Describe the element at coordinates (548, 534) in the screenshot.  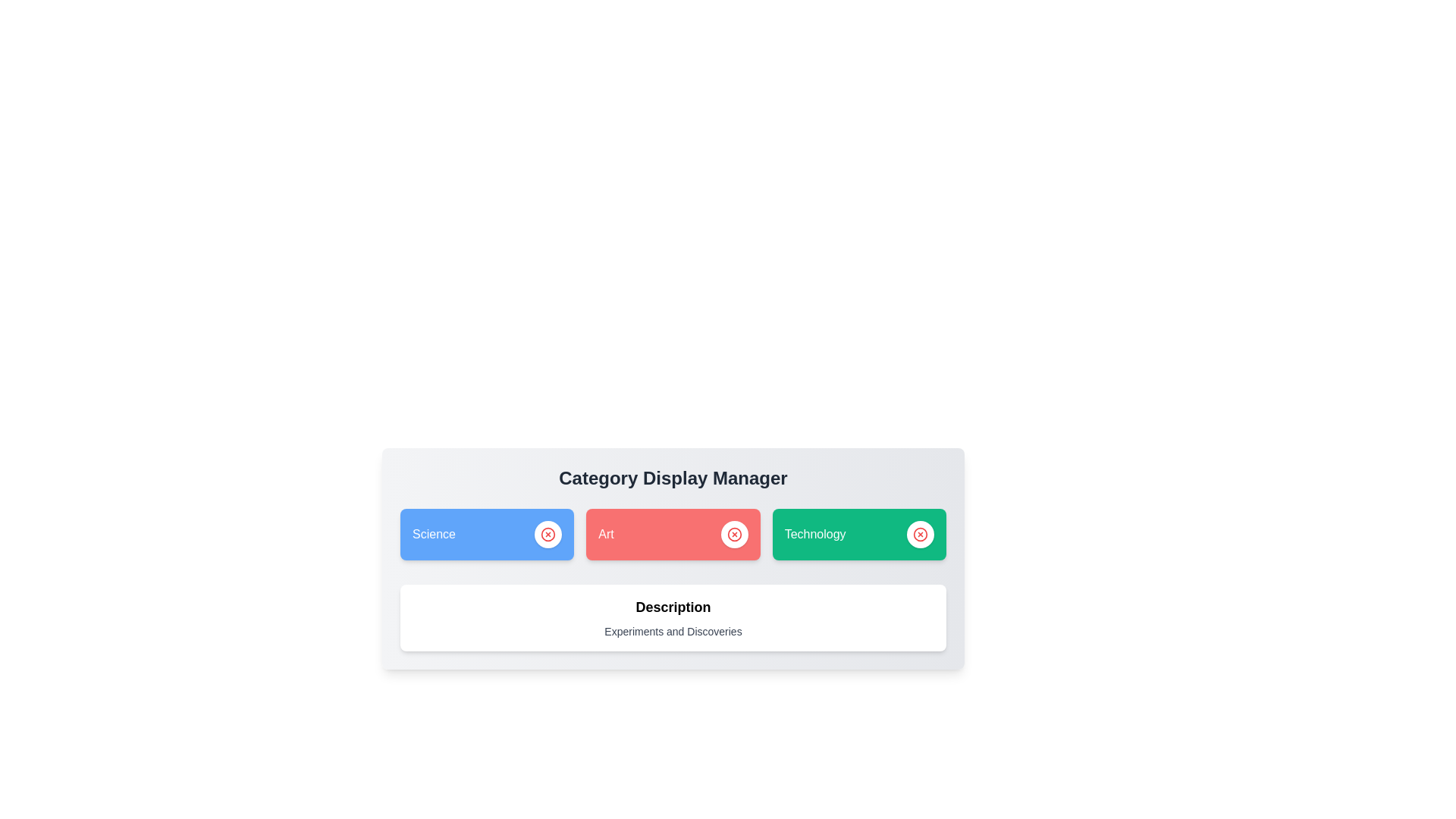
I see `the delete button for the category Science` at that location.